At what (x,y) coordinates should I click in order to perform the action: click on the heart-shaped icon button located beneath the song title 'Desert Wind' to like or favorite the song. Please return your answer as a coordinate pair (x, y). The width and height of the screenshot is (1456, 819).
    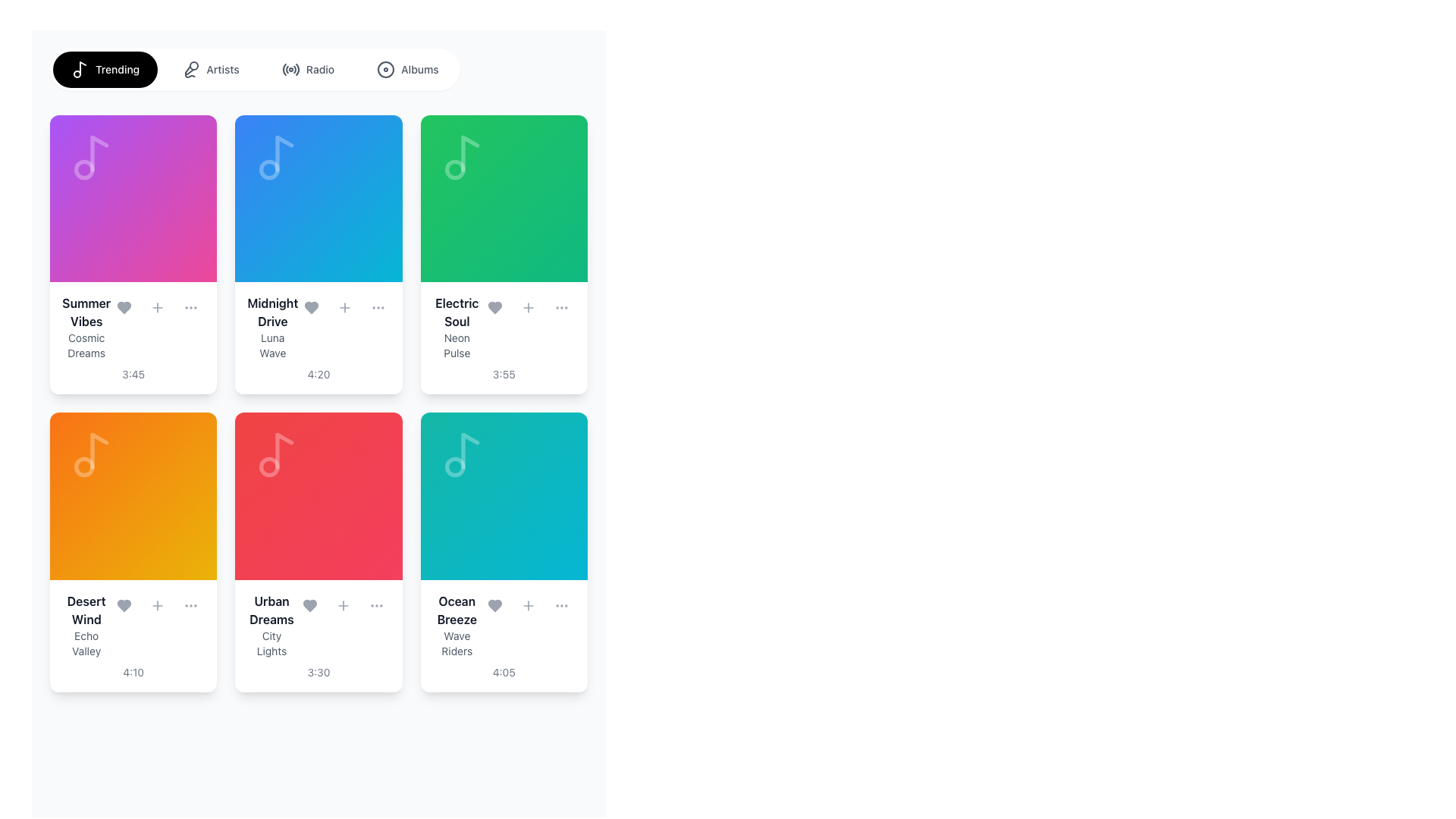
    Looking at the image, I should click on (124, 604).